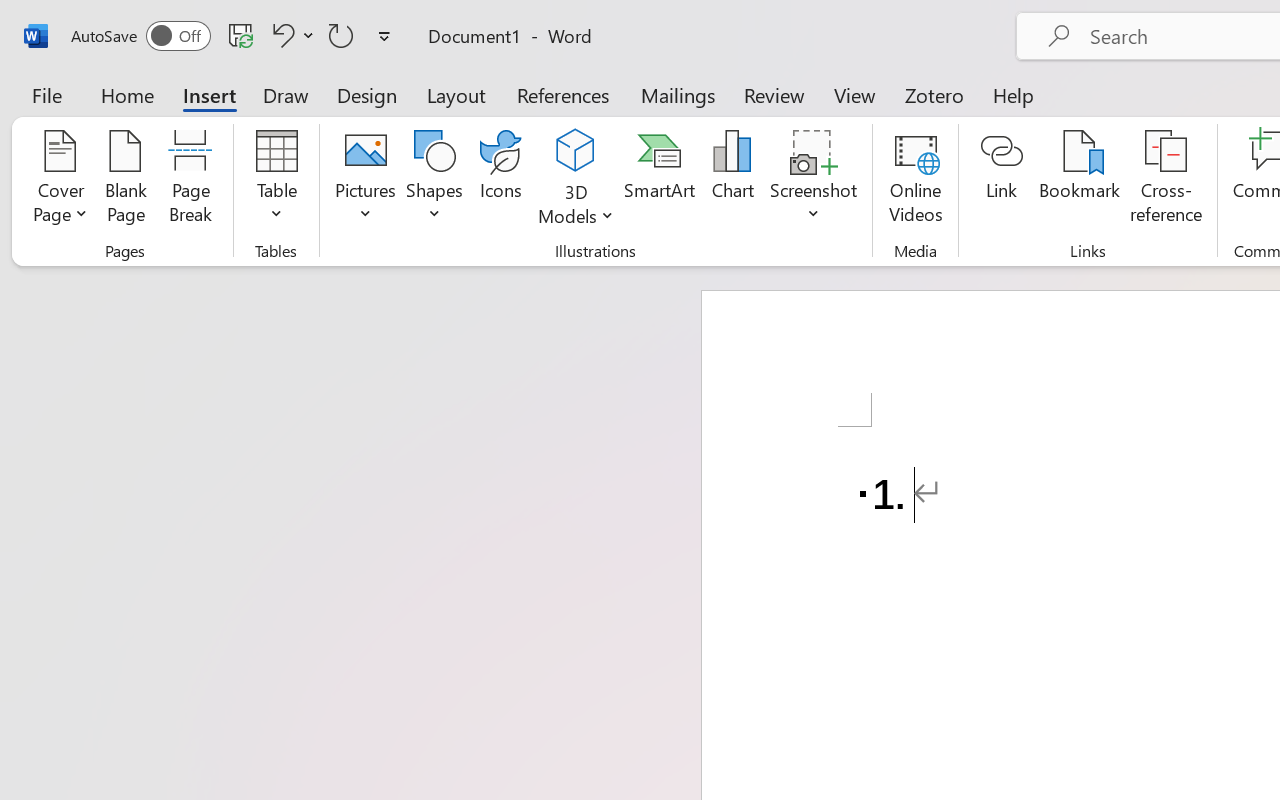 The width and height of the screenshot is (1280, 800). What do you see at coordinates (914, 179) in the screenshot?
I see `'Online Videos...'` at bounding box center [914, 179].